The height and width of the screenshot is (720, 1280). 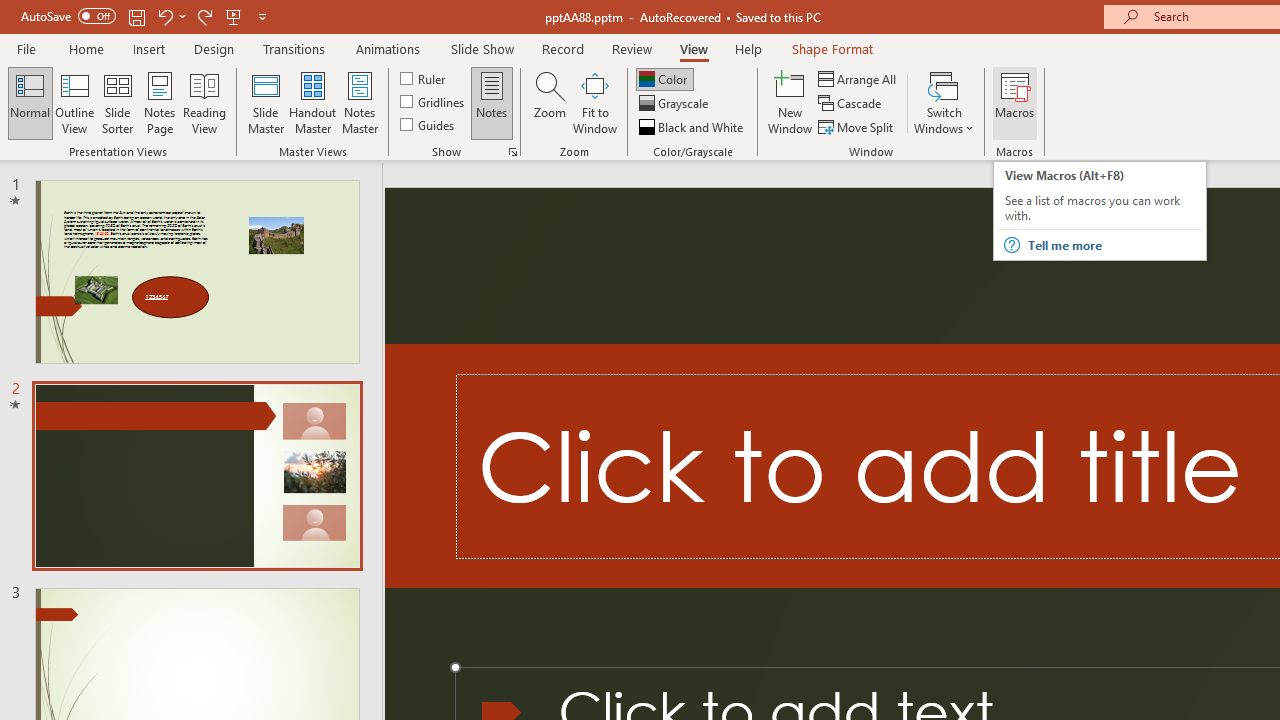 I want to click on 'Outline View', so click(x=74, y=103).